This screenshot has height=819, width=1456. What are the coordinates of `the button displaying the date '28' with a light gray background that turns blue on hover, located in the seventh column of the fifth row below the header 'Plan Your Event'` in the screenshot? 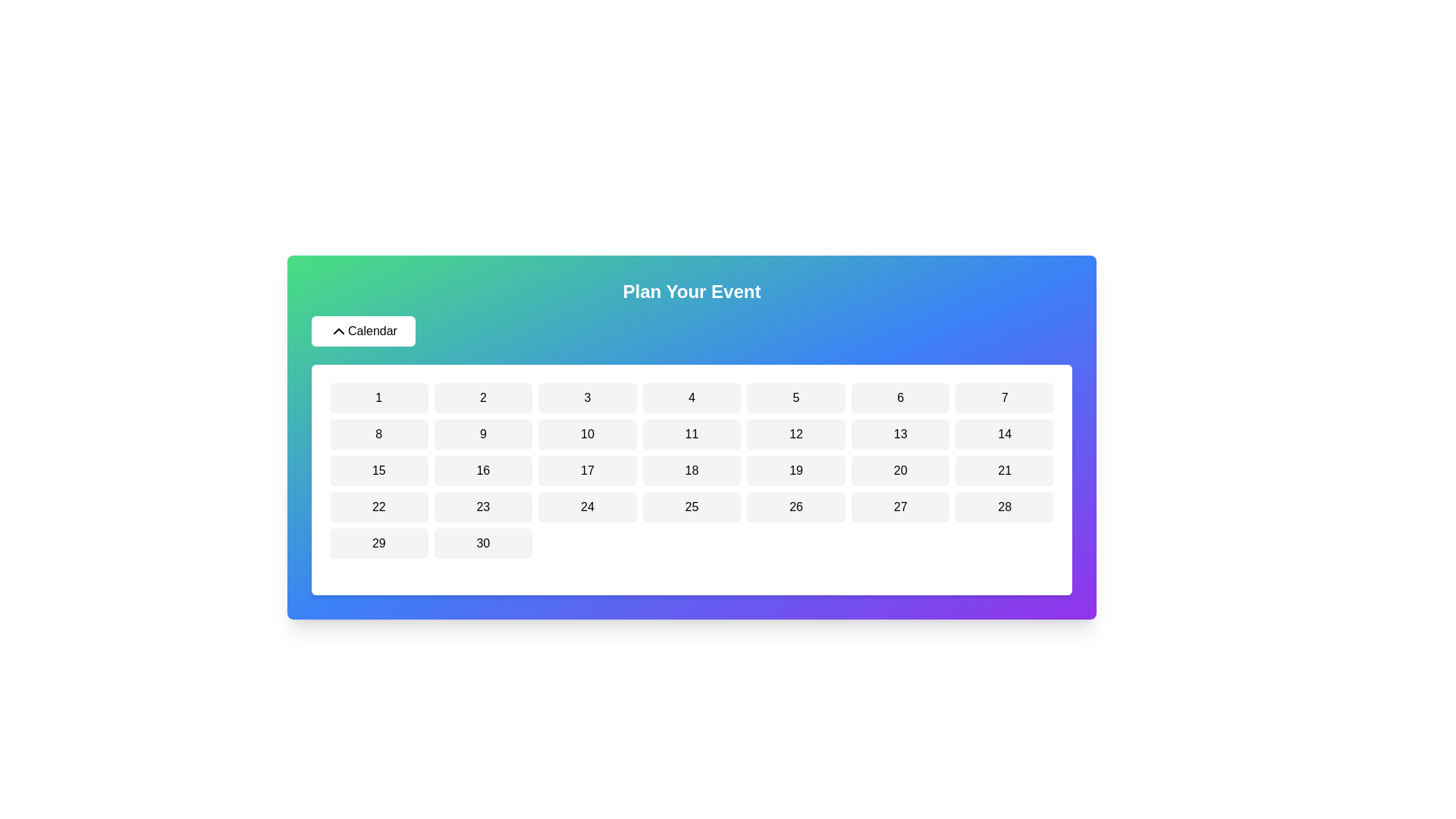 It's located at (1005, 507).